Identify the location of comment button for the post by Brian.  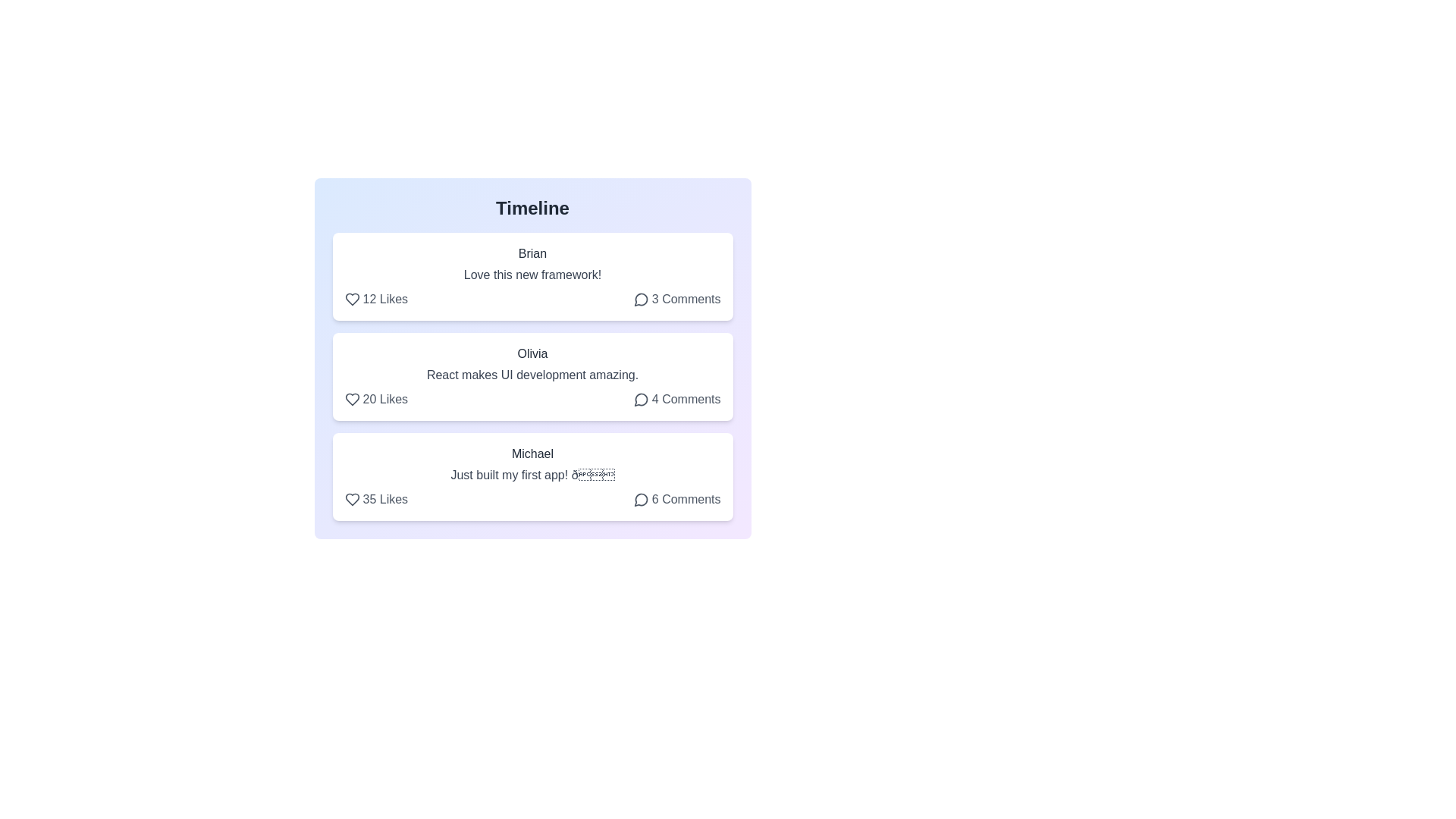
(676, 299).